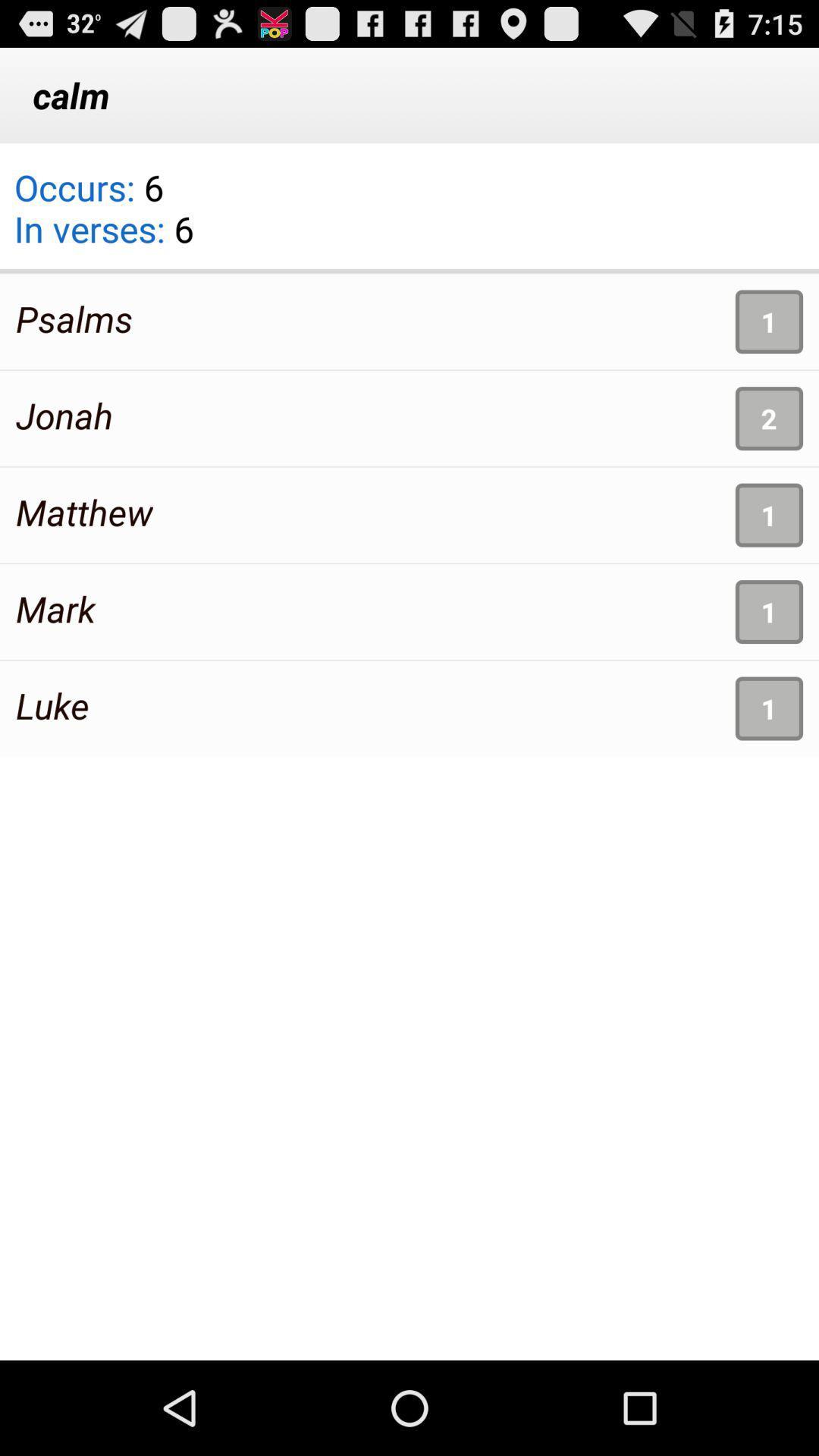 The image size is (819, 1456). What do you see at coordinates (769, 419) in the screenshot?
I see `2 icon` at bounding box center [769, 419].